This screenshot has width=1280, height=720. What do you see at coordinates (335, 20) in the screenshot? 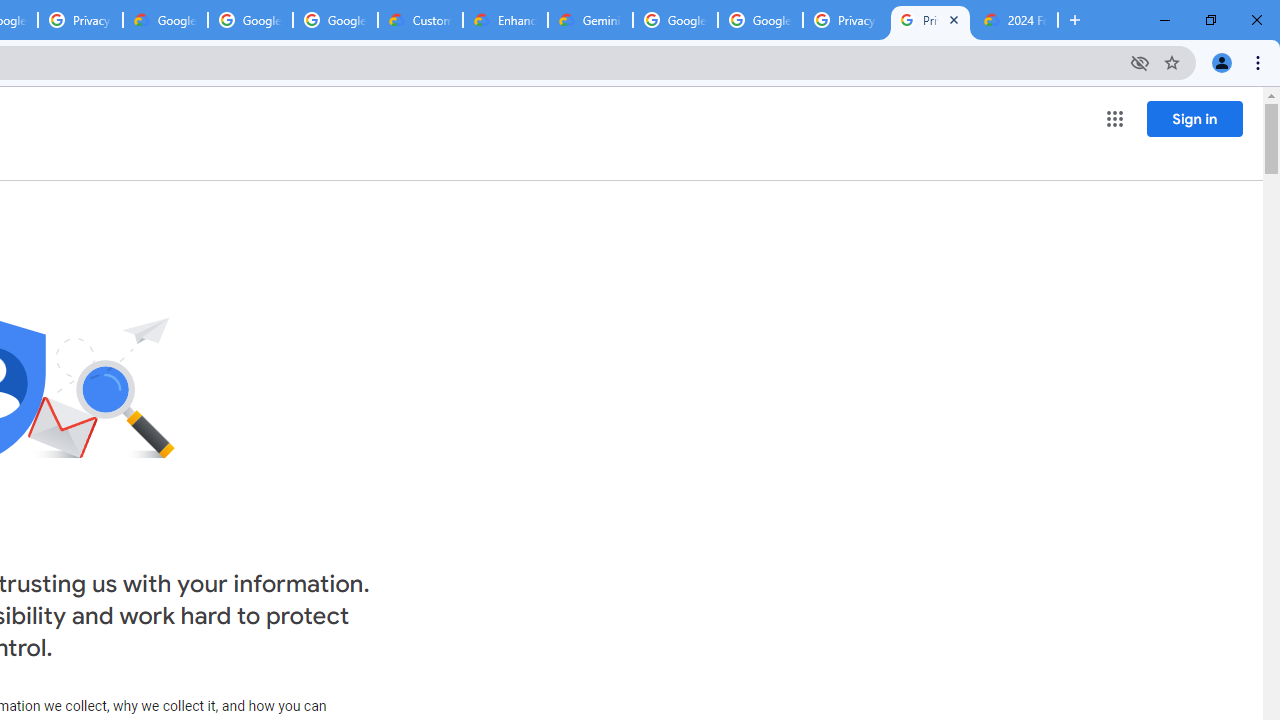
I see `'Google Workspace - Specific Terms'` at bounding box center [335, 20].